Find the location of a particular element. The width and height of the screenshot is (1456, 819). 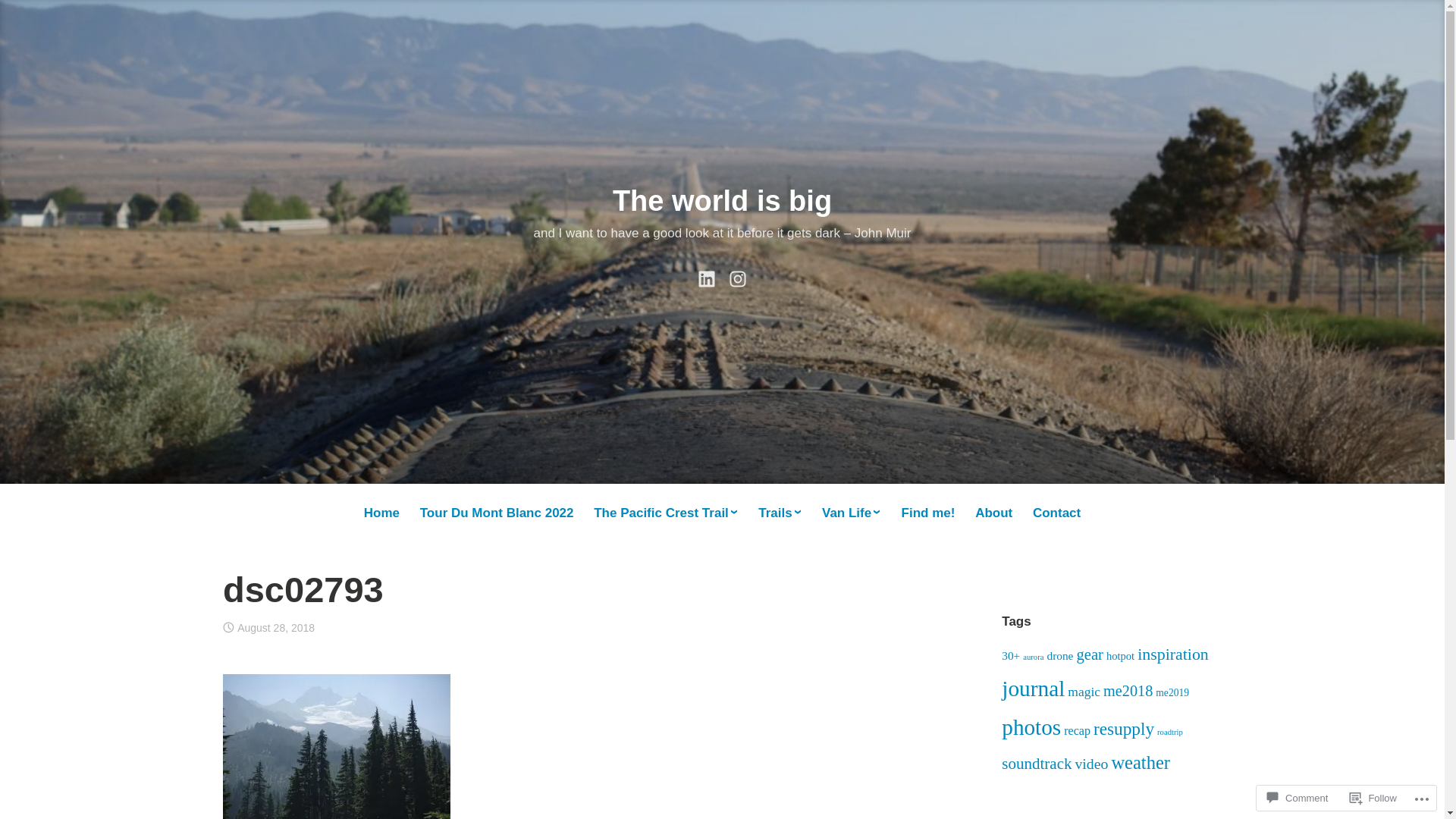

'Van Life' is located at coordinates (818, 513).